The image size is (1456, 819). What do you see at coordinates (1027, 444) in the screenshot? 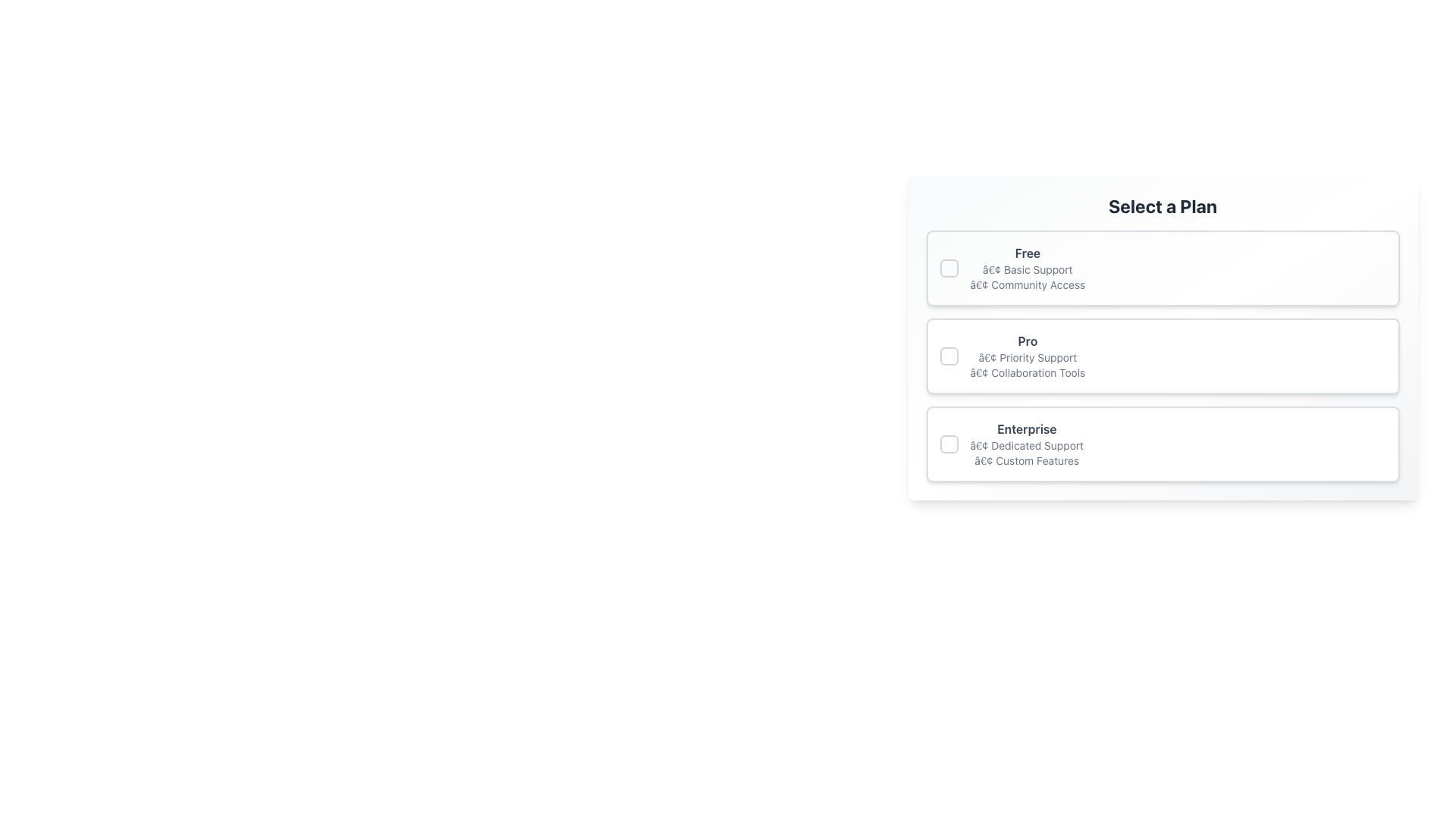
I see `the text block titled 'Enterprise' that contains the lines '• Dedicated Support' and '• Custom Features'` at bounding box center [1027, 444].